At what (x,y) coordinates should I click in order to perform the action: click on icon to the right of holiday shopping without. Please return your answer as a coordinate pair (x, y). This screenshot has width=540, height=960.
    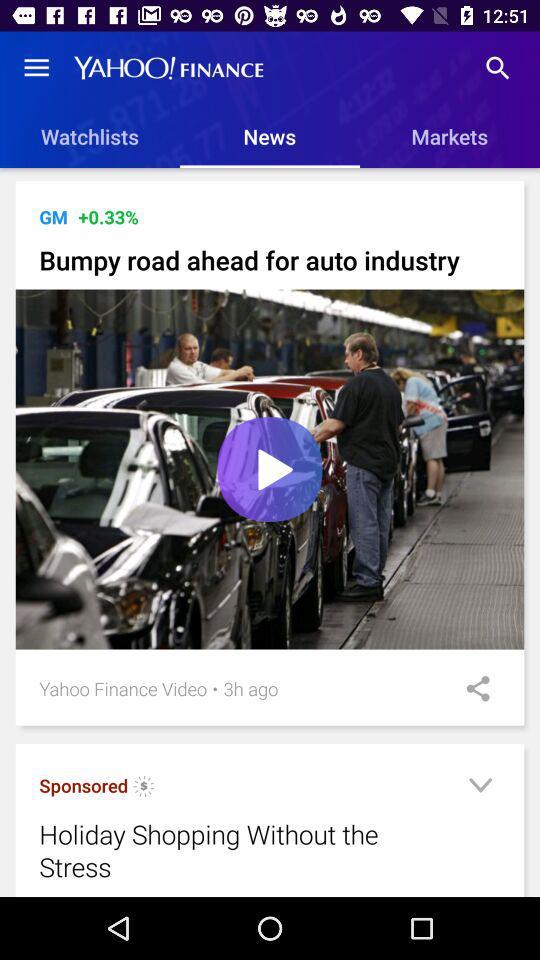
    Looking at the image, I should click on (479, 788).